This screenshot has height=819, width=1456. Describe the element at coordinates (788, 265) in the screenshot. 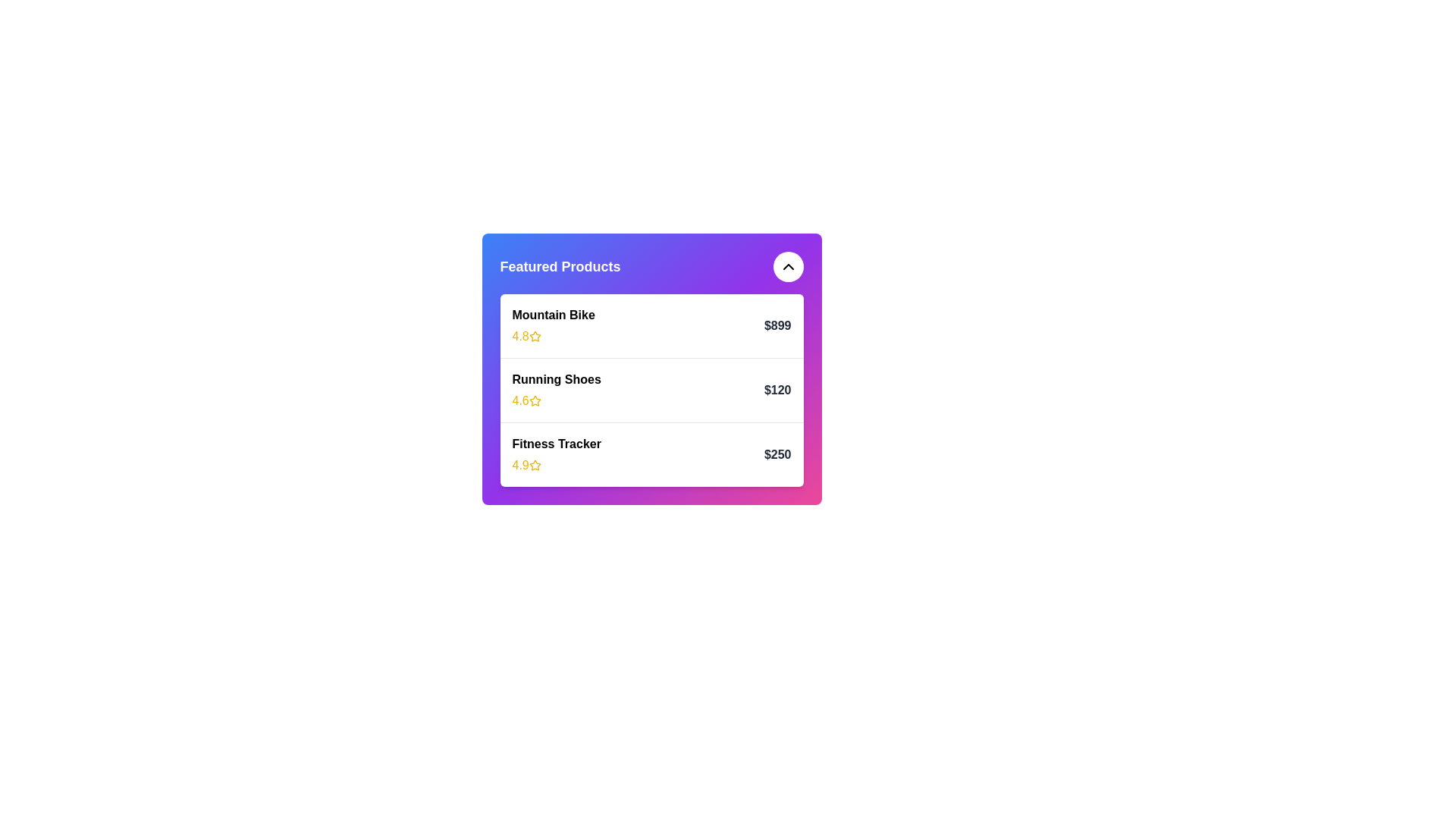

I see `the circular button with a white background and a black upward-facing chevron icon, located in the 'Featured Products' section` at that location.